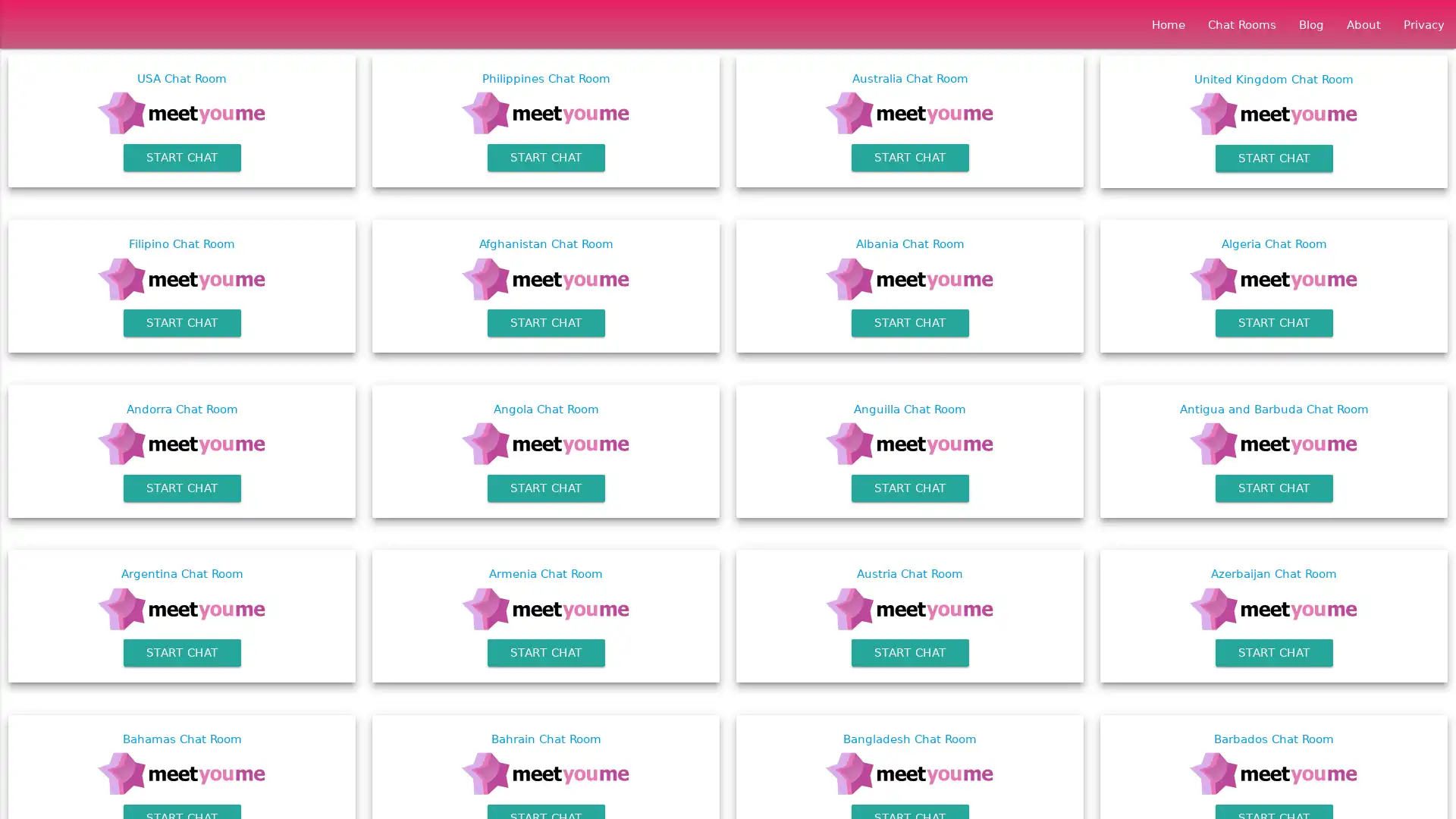  I want to click on START CHAT, so click(181, 488).